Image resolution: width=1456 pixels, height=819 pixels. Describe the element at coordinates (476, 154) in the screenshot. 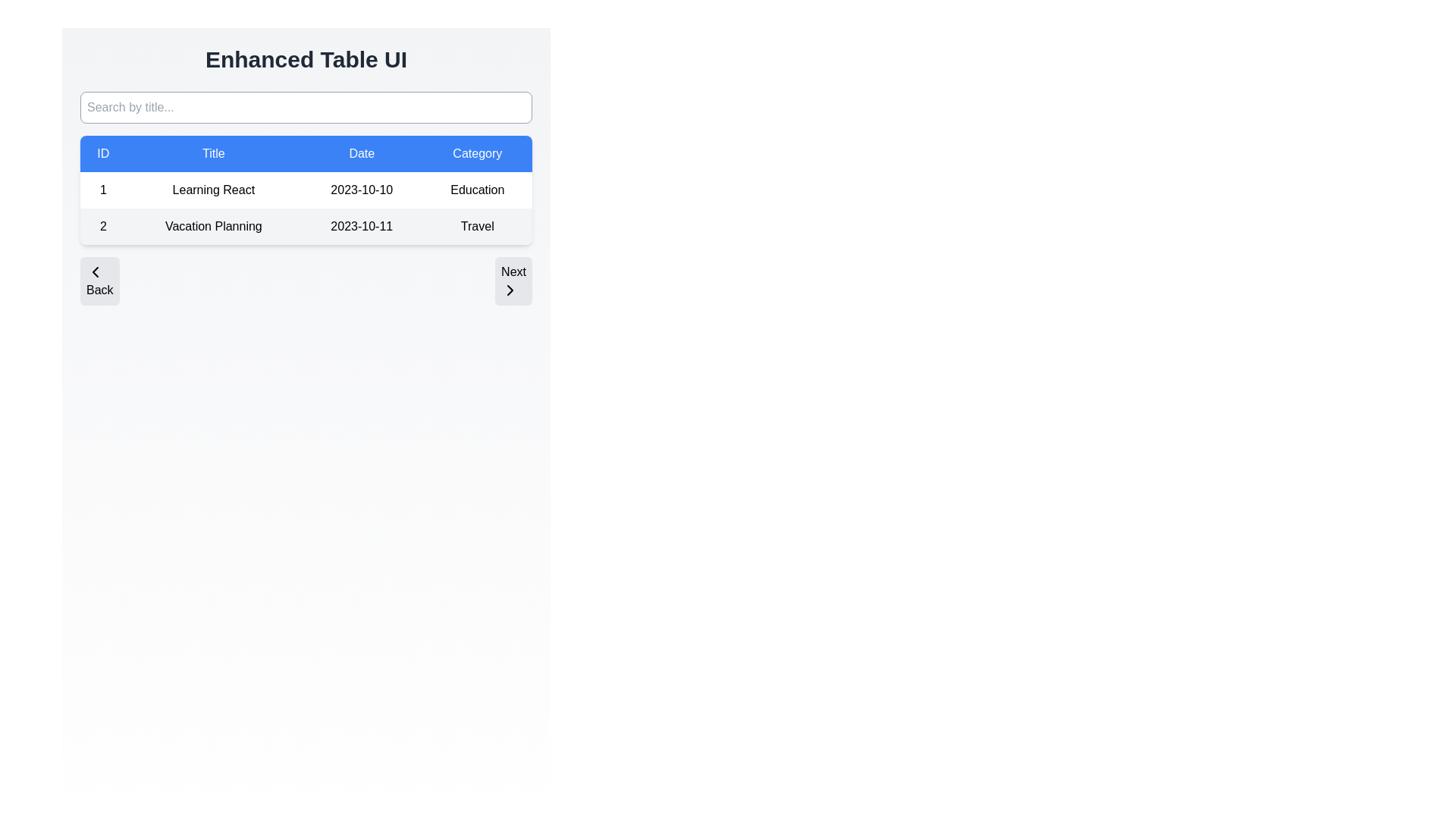

I see `the 'Category' column header in the table, which is the fourth item in the row of column headers, positioned to the right of the 'Date' header` at that location.